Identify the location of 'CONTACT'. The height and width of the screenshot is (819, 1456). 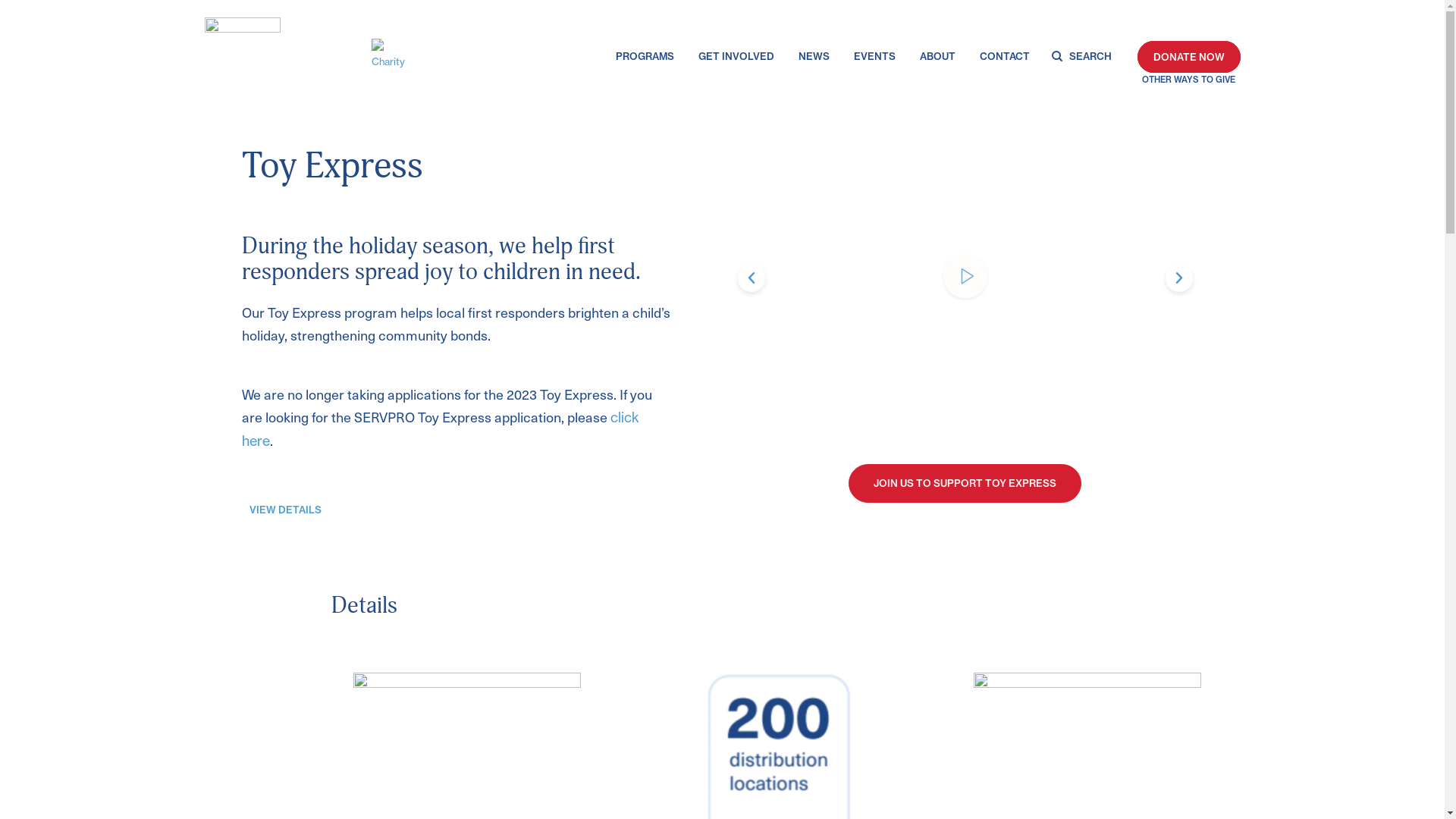
(1004, 58).